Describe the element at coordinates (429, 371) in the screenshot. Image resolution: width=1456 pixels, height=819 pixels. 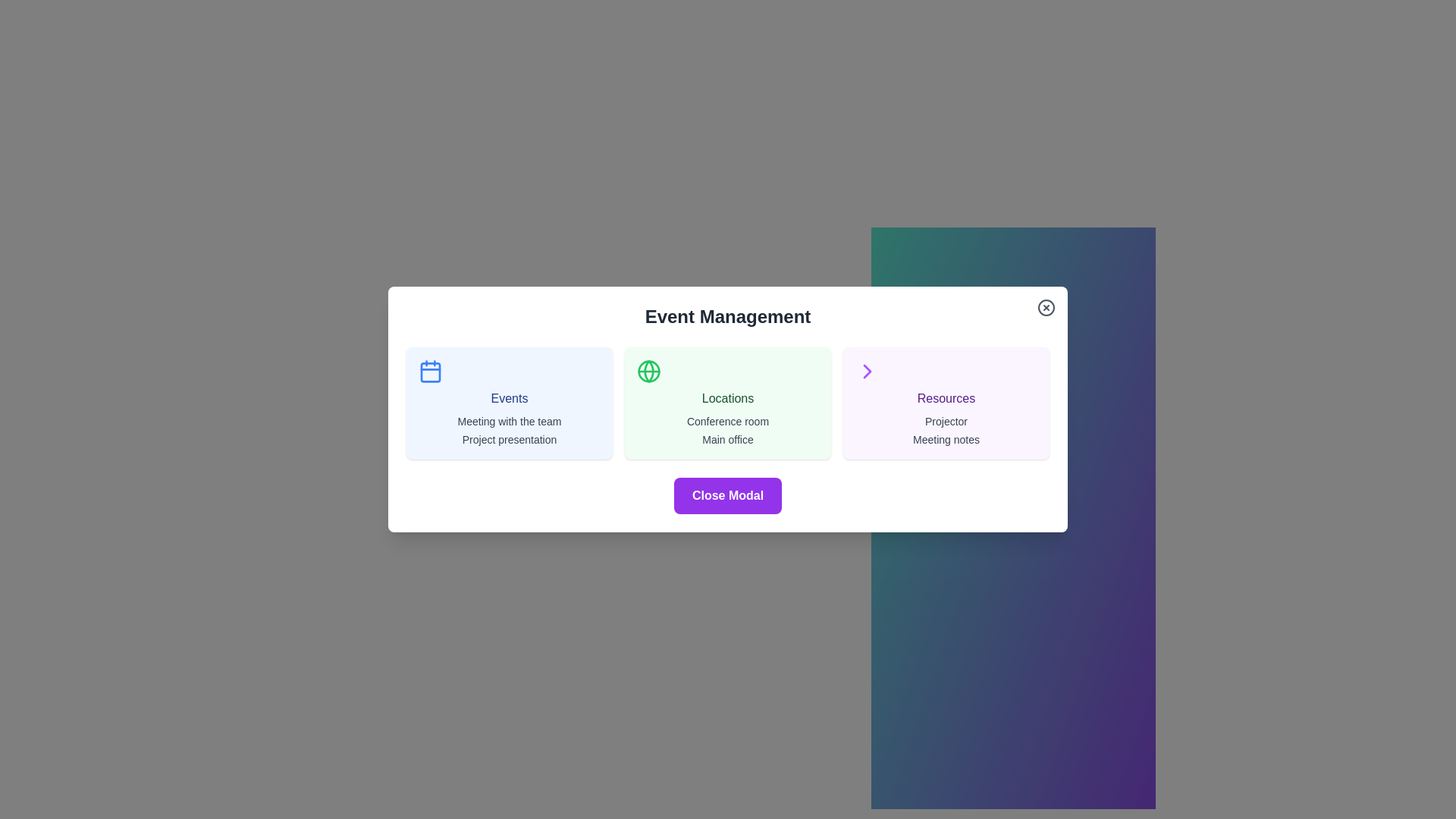
I see `the blue calendar icon located at the top-left corner within the 'Events' card in the 'Event Management' modal dialog` at that location.